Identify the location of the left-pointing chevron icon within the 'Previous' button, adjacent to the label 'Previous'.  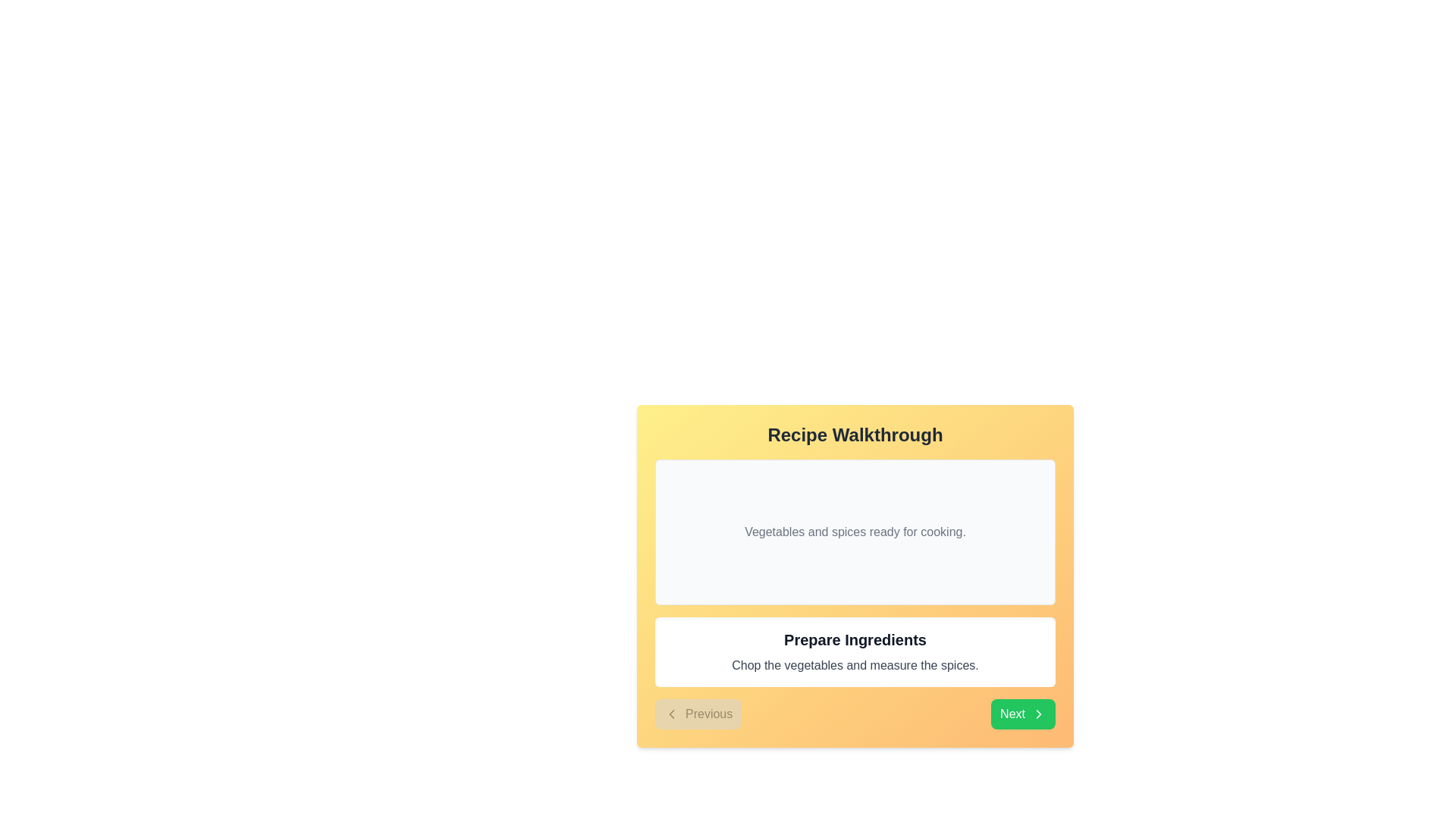
(671, 714).